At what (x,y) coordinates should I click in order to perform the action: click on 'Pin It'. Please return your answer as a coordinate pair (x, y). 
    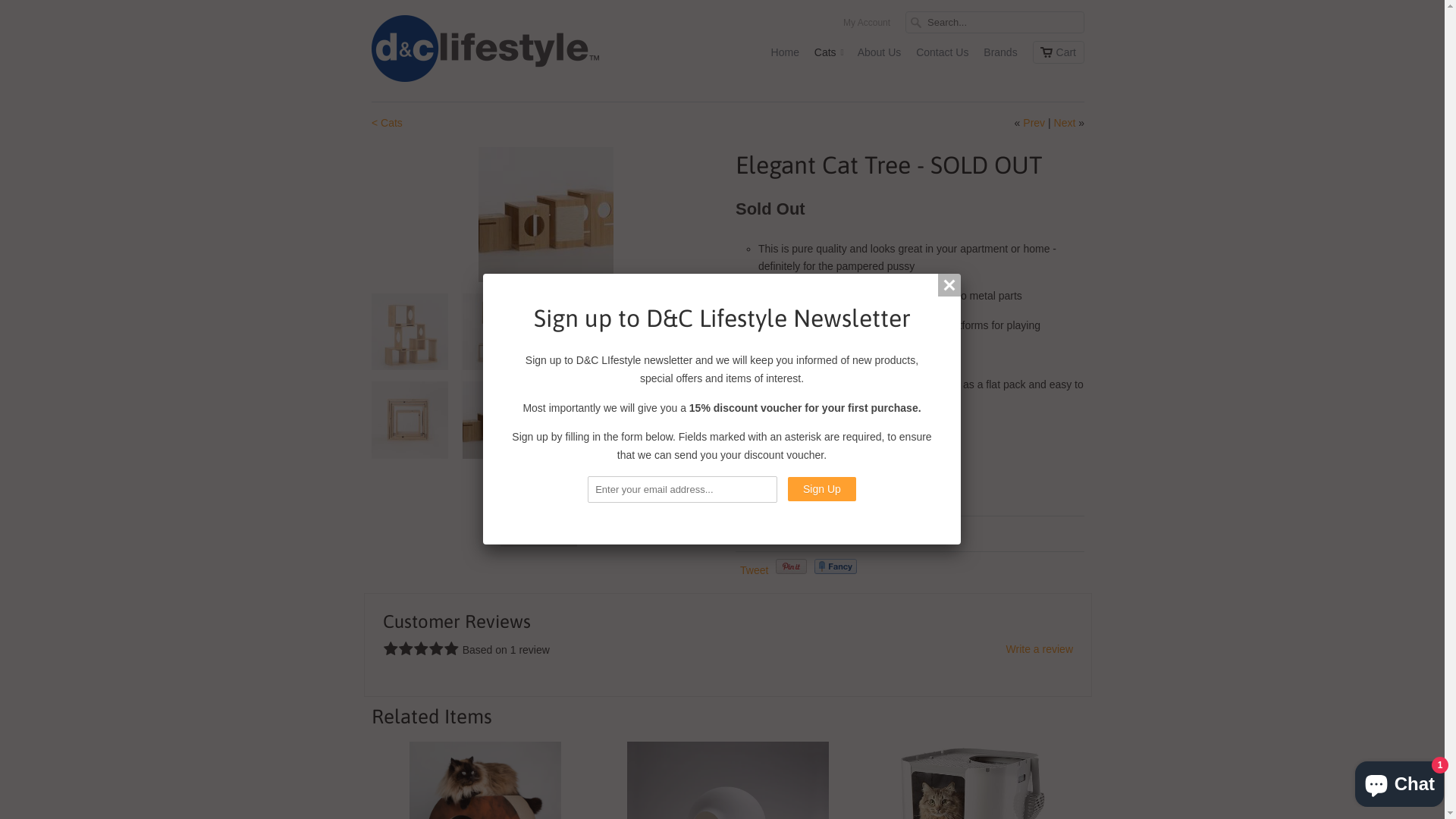
    Looking at the image, I should click on (790, 566).